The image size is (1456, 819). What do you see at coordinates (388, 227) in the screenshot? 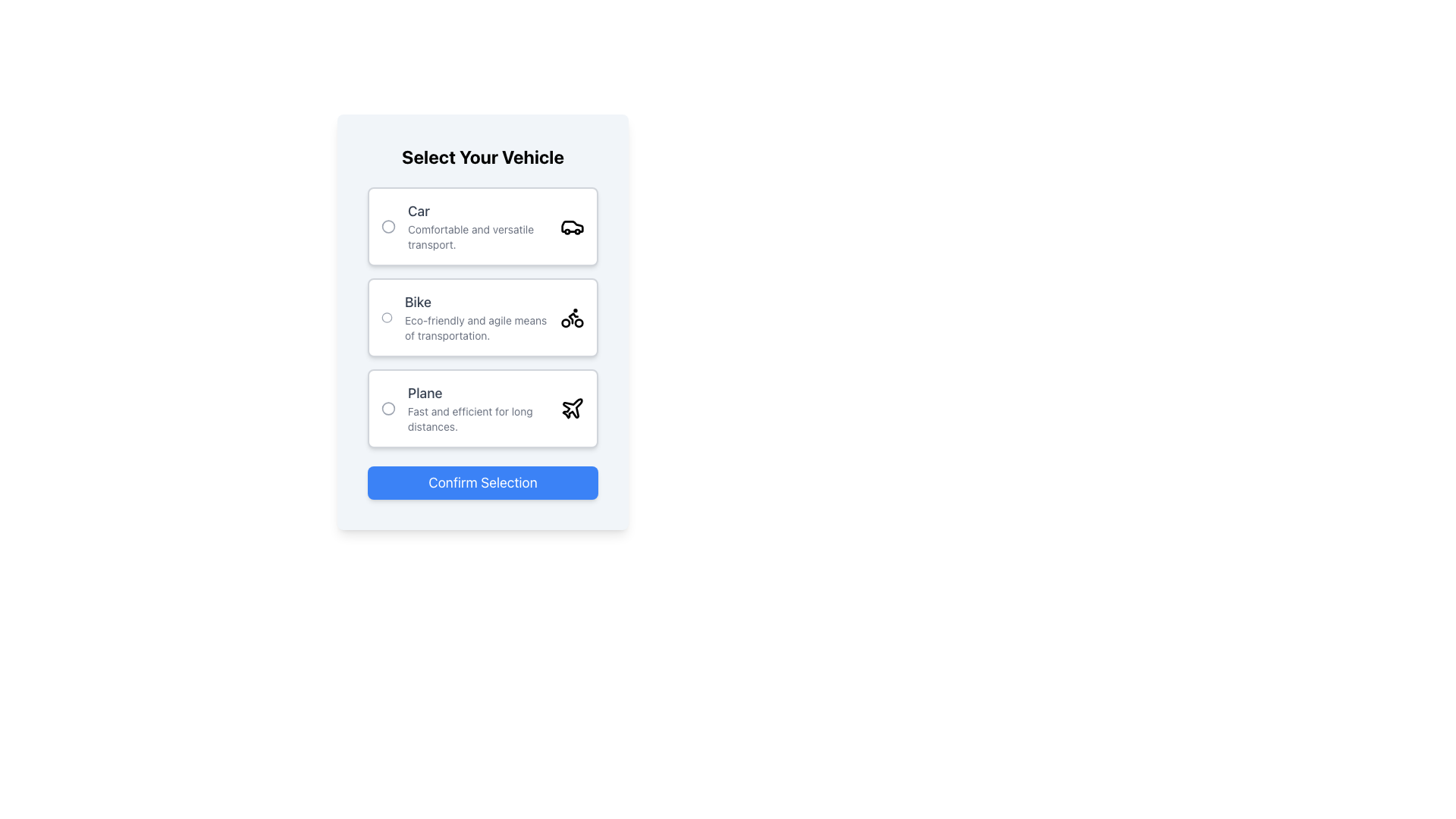
I see `the icon representing the 'Car' option, which serves as a visual cue indicating an option associated with the 'Car' choice, located to the left of the text 'Comfortable and versatile transport.'` at bounding box center [388, 227].